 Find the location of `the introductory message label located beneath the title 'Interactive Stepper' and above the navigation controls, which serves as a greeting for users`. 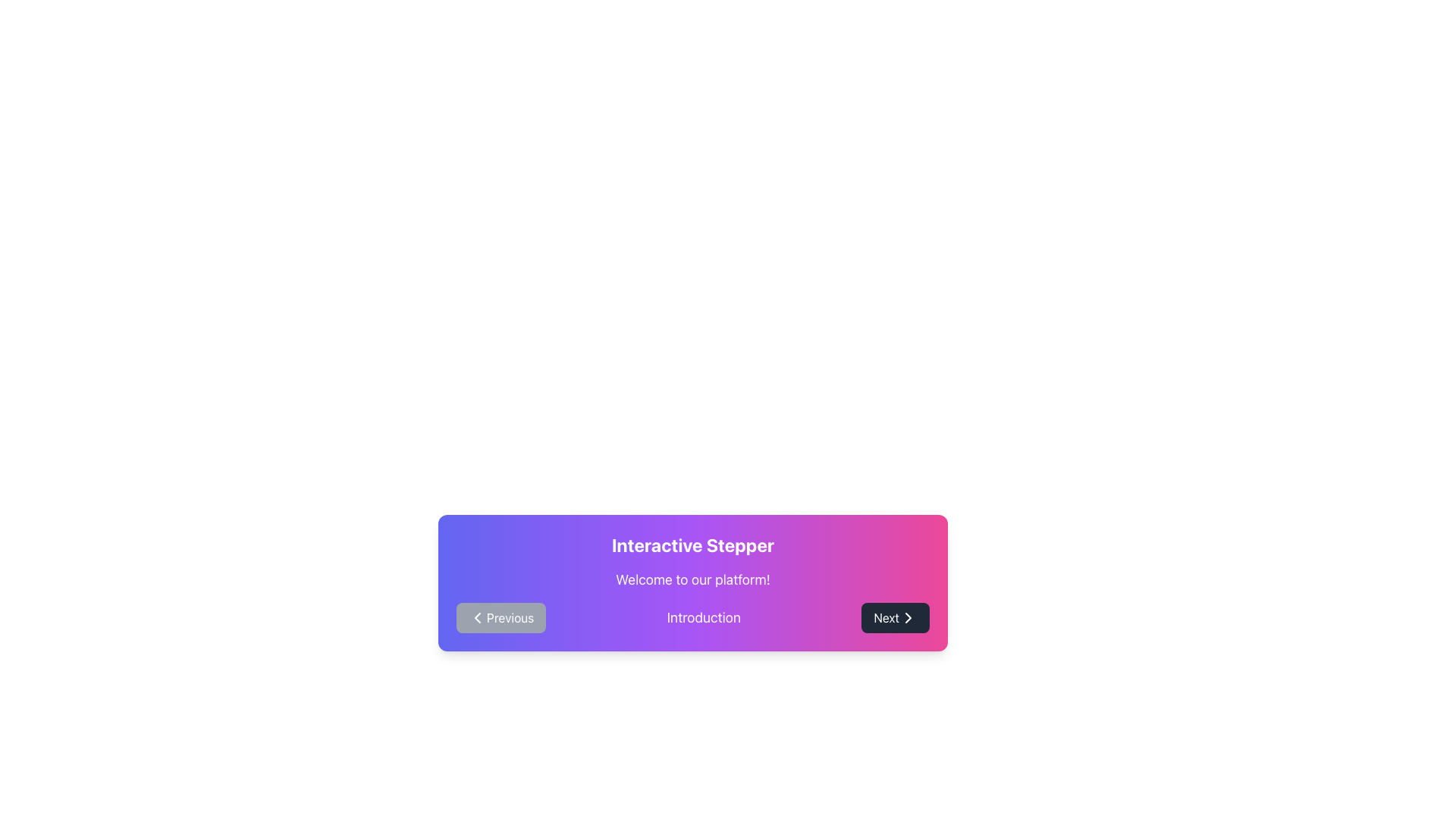

the introductory message label located beneath the title 'Interactive Stepper' and above the navigation controls, which serves as a greeting for users is located at coordinates (692, 579).